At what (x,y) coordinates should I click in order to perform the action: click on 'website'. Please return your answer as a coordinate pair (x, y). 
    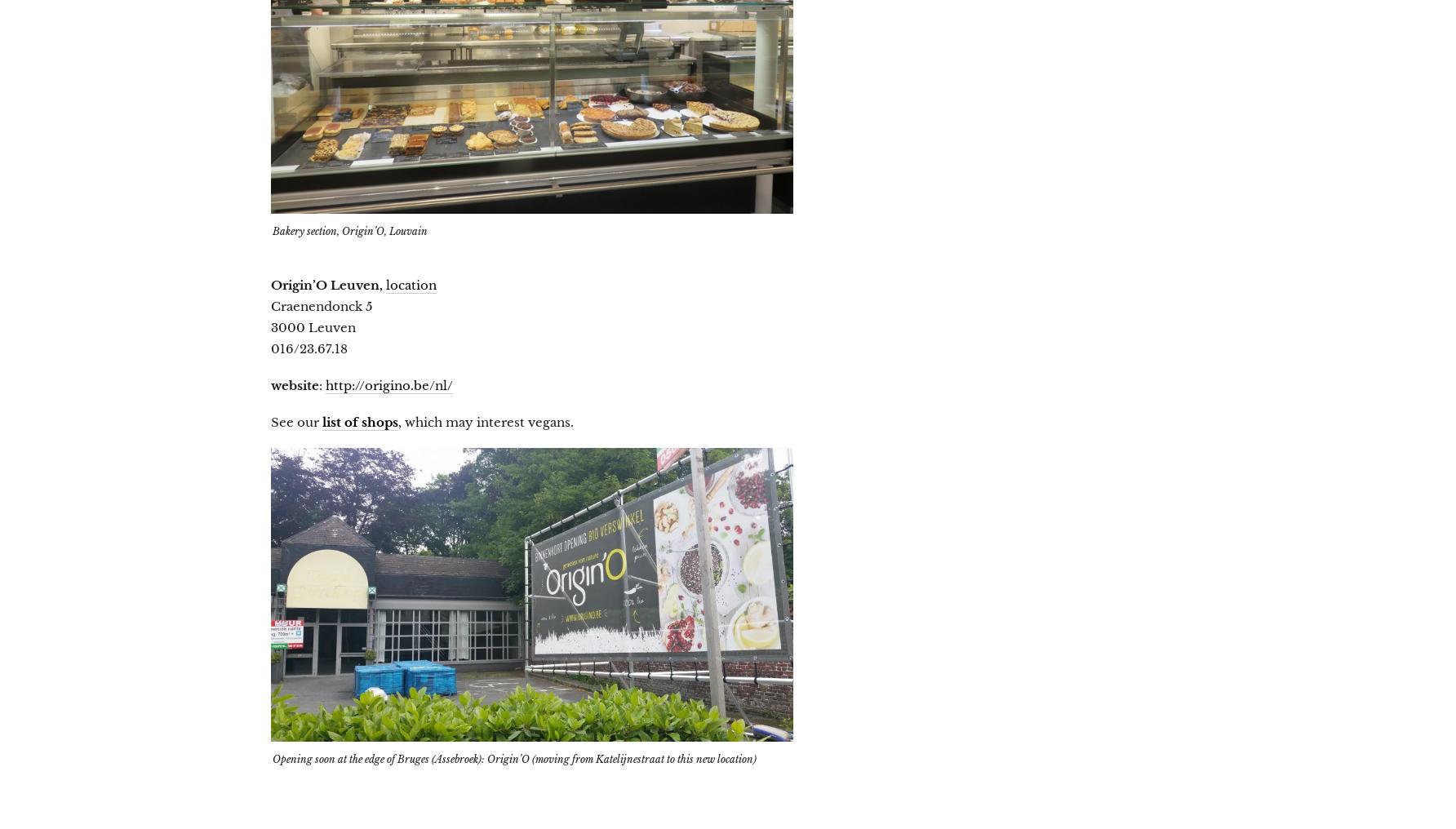
    Looking at the image, I should click on (294, 384).